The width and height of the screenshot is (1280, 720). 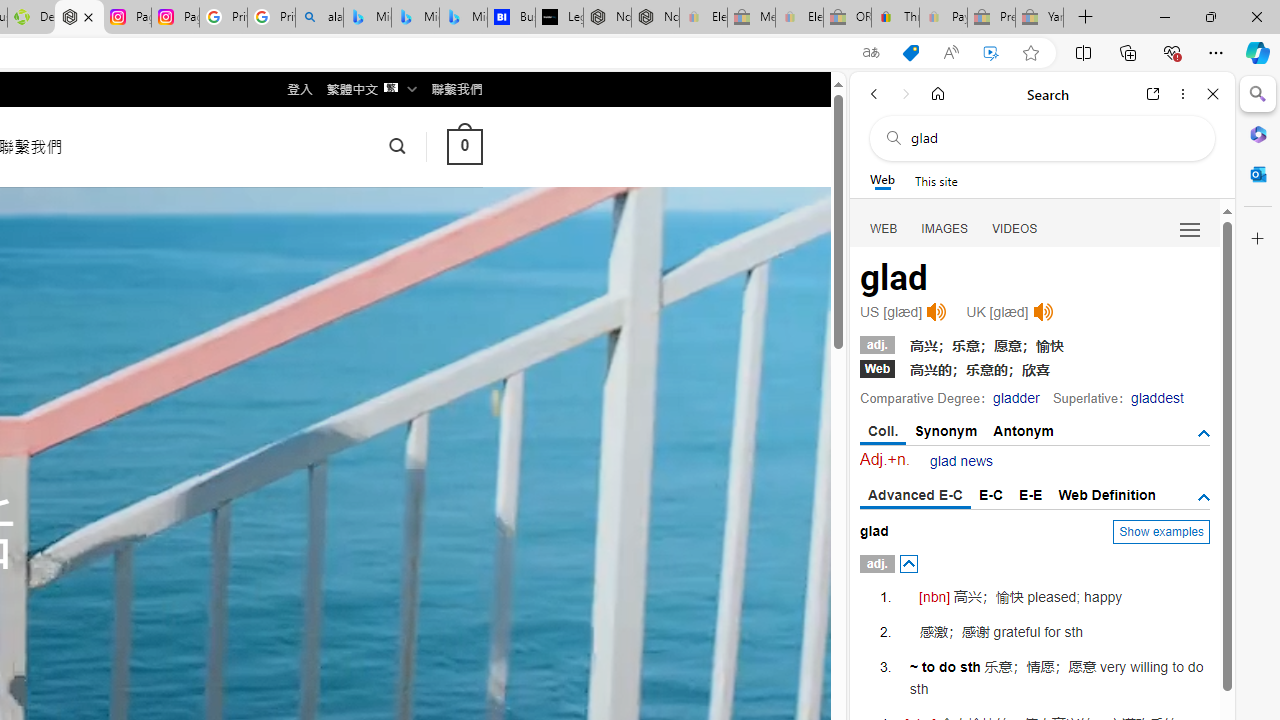 What do you see at coordinates (463, 145) in the screenshot?
I see `'  0  '` at bounding box center [463, 145].